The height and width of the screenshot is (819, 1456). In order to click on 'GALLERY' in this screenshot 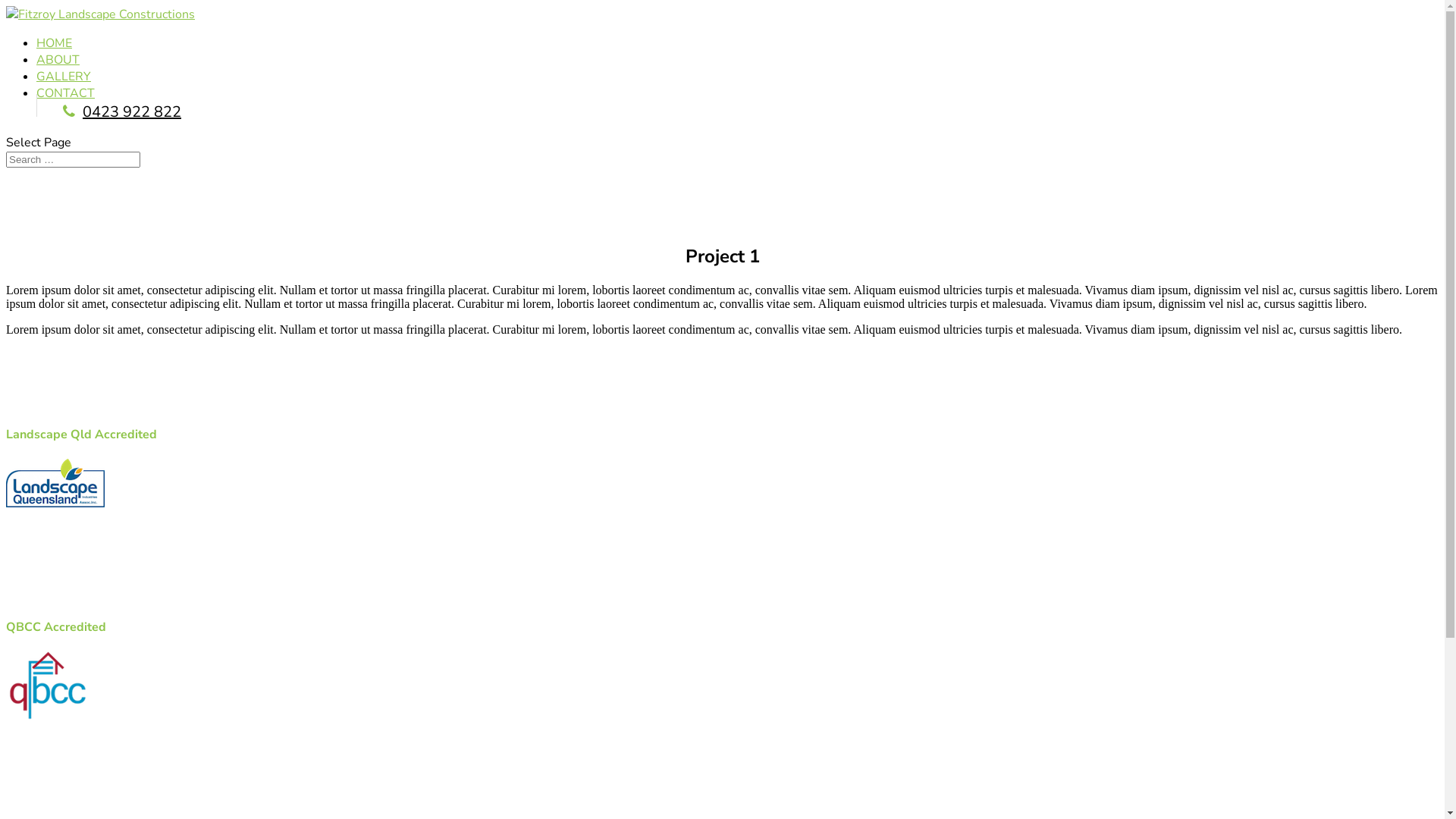, I will do `click(36, 76)`.